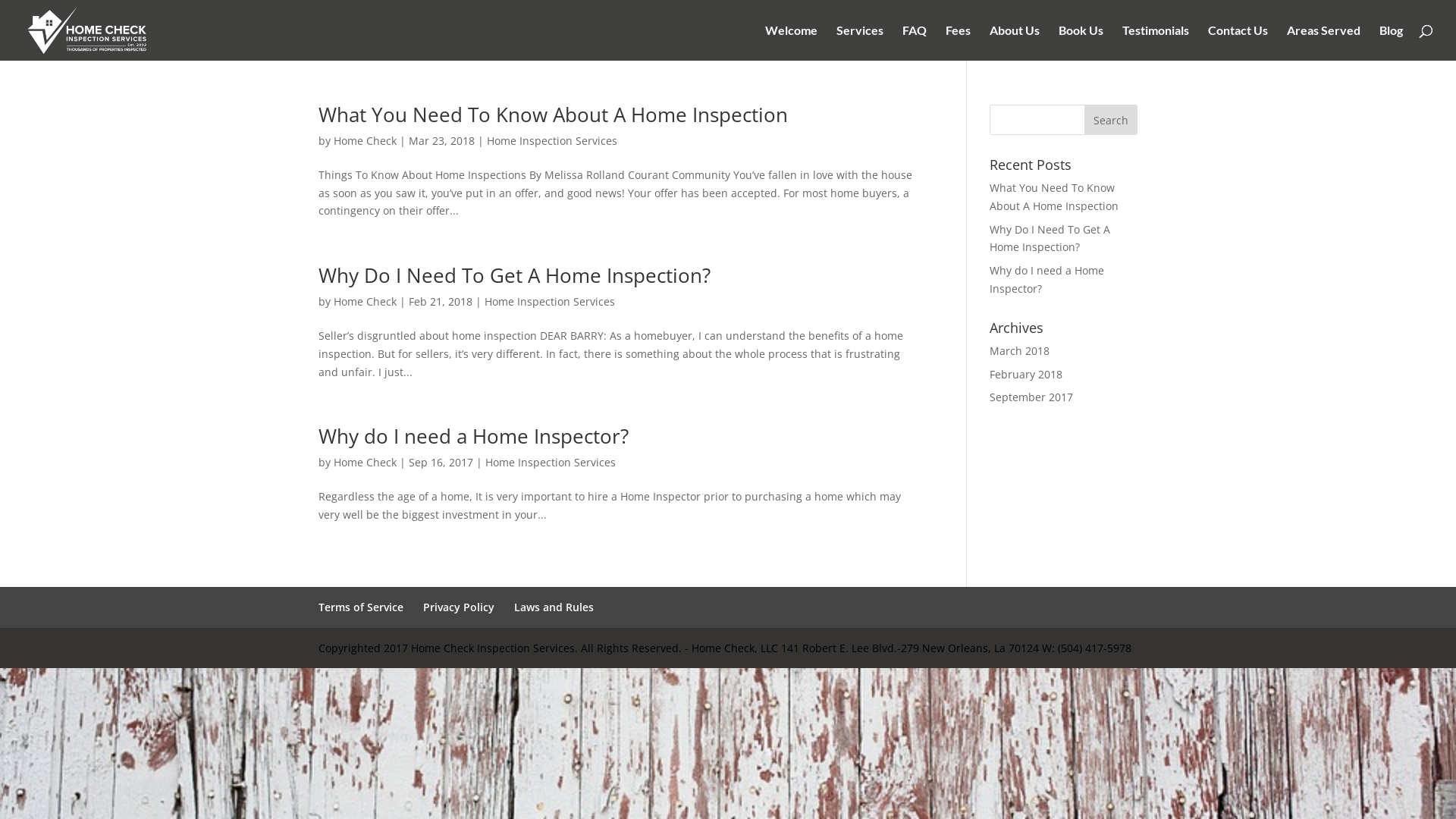 Image resolution: width=1456 pixels, height=819 pixels. I want to click on 'Blog', so click(1379, 42).